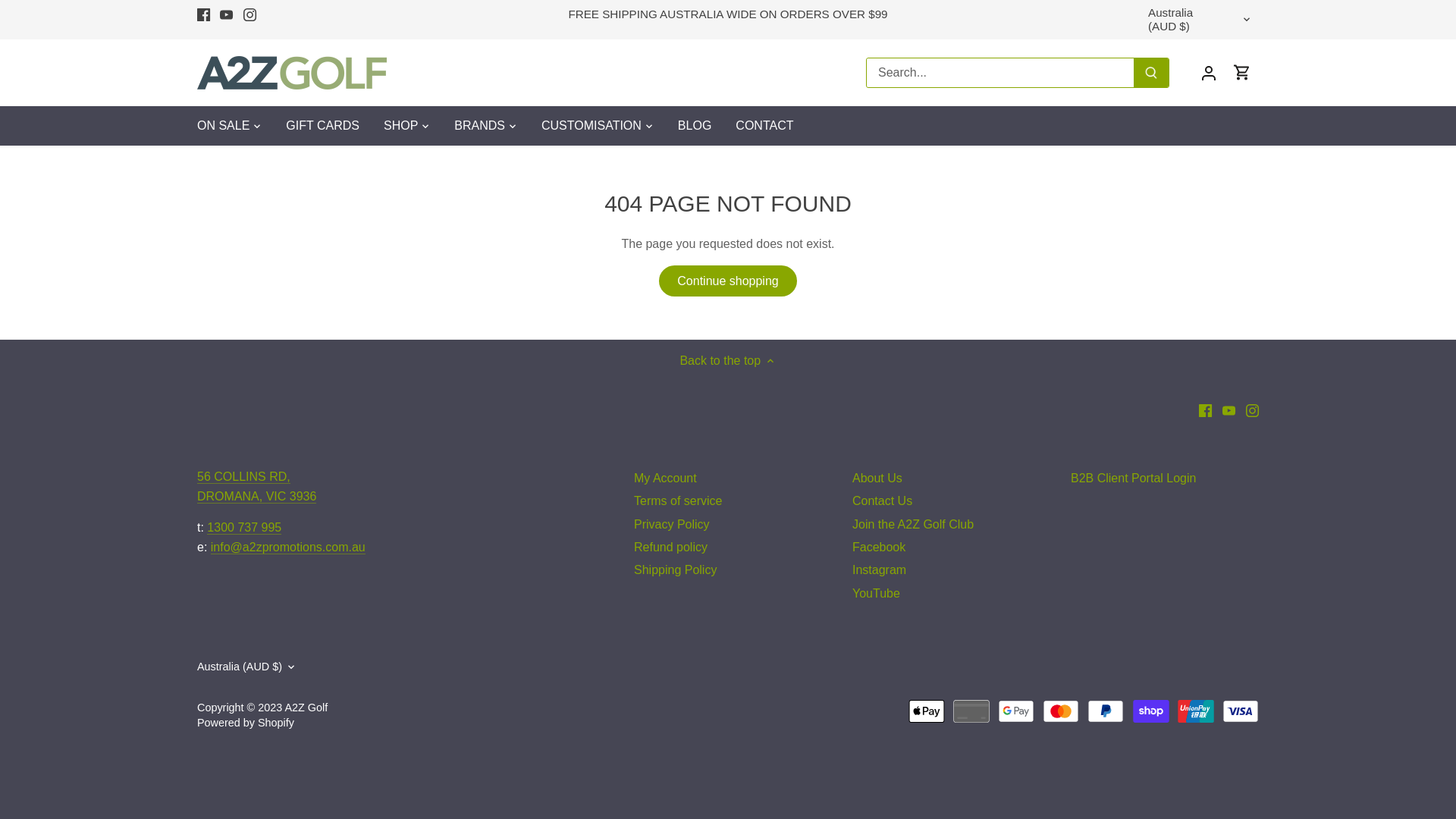 Image resolution: width=1456 pixels, height=819 pixels. I want to click on 'Join the A2Z Golf Club', so click(912, 523).